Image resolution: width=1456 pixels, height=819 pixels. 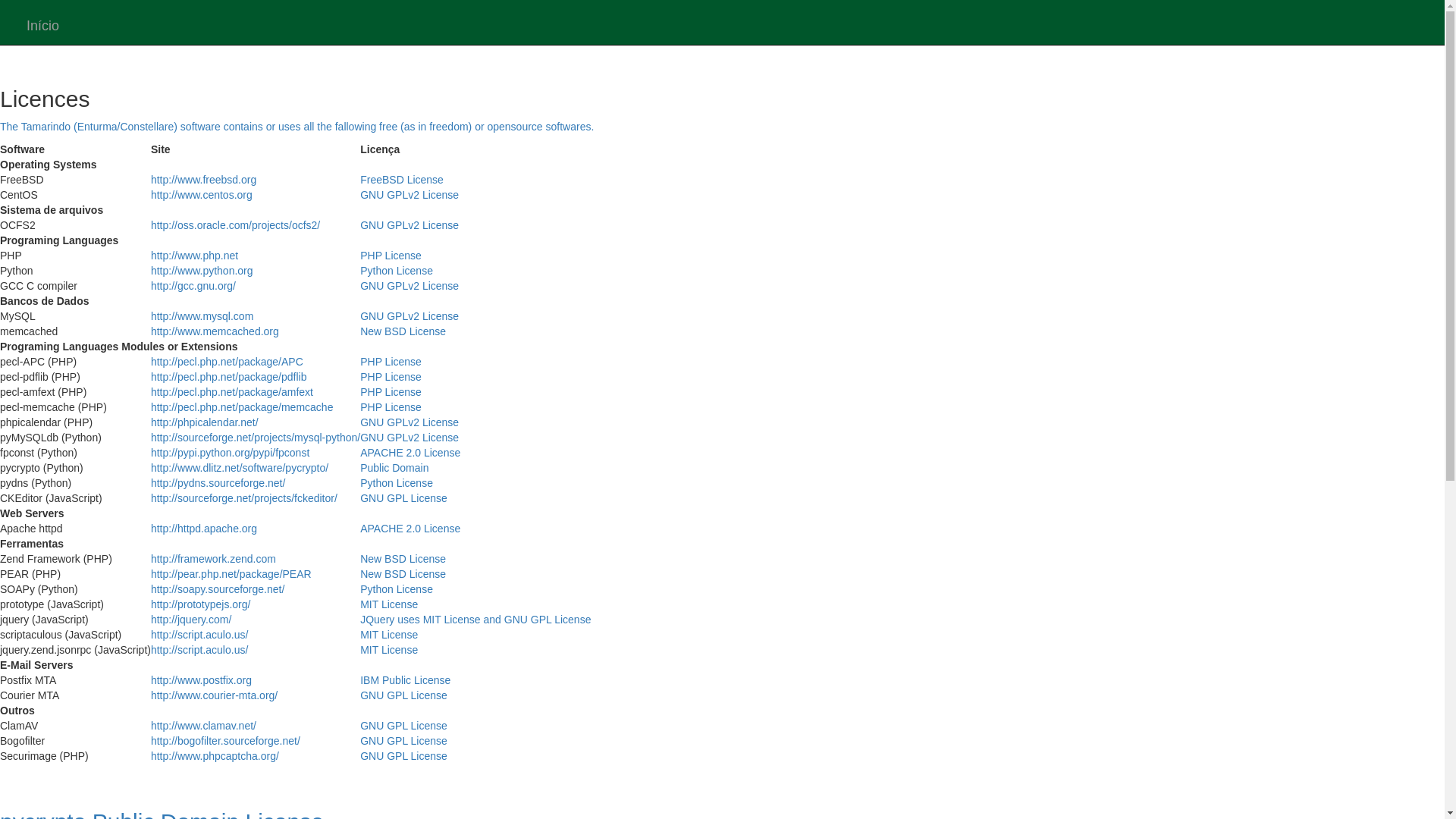 I want to click on 'http://www.courier-mta.org/', so click(x=213, y=695).